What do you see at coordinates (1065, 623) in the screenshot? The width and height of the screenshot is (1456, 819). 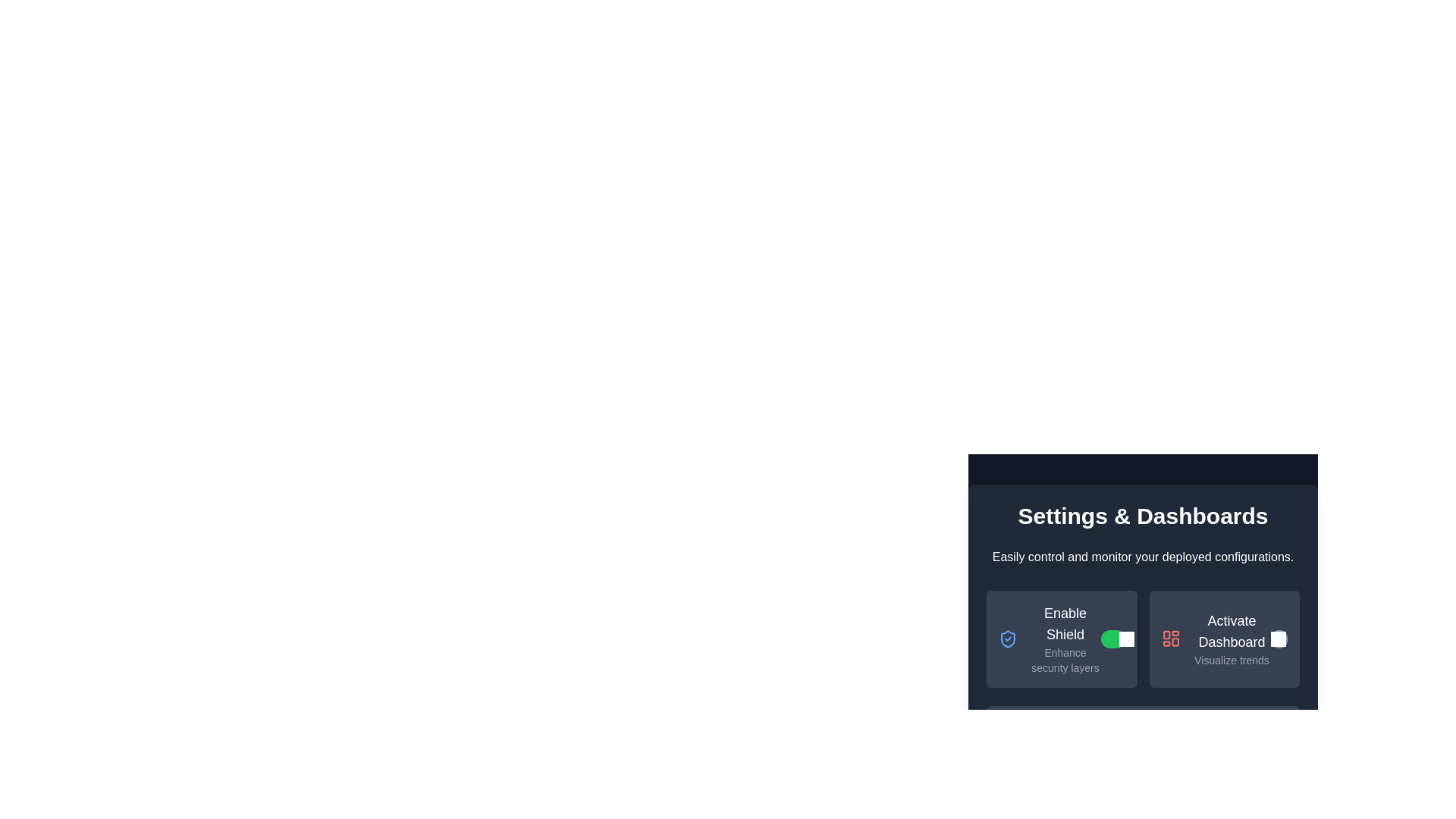 I see `the 'Enable Shield' static text, which is a prominent label in bold white font located at the top left quadrant of its card, adjacent to a green toggle switch` at bounding box center [1065, 623].